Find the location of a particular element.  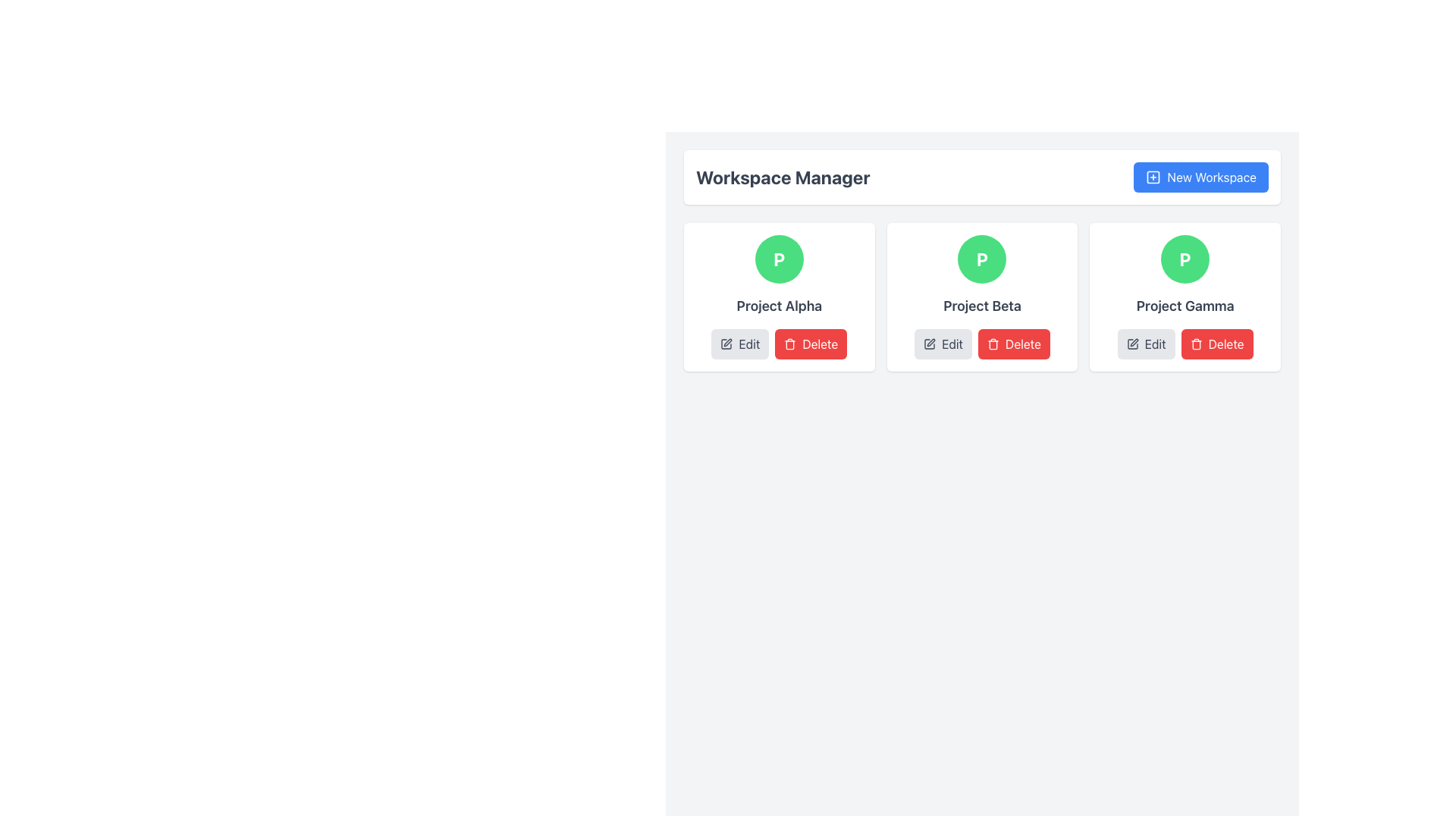

the pen icon inside the 'Edit' button, which is part of the third project card in the workspace manager grid is located at coordinates (1132, 344).